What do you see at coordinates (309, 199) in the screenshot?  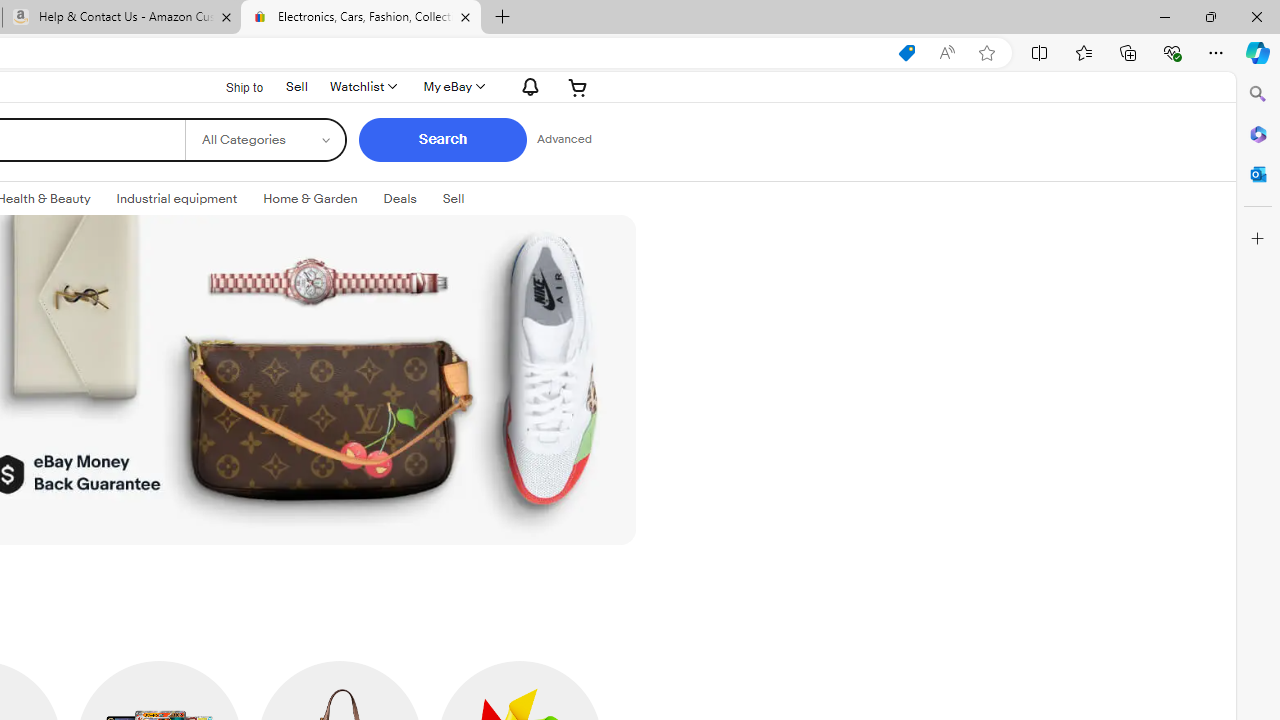 I see `'Home & GardenExpand: Home & Garden'` at bounding box center [309, 199].